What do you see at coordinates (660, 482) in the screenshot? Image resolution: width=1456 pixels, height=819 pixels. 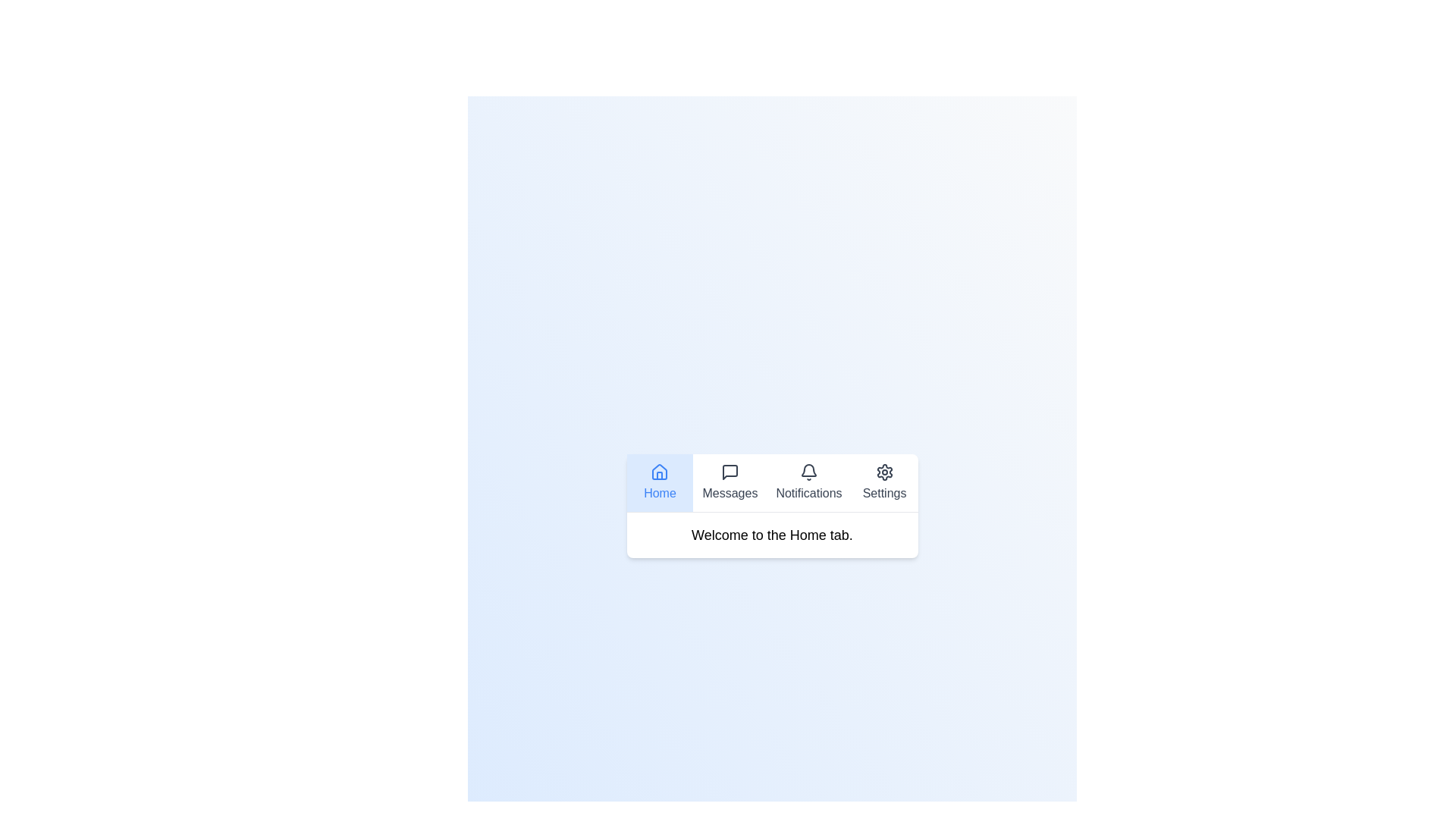 I see `the 'Home' navigation tab, which is a rectangular button with a blue house icon and the text 'Home' below it` at bounding box center [660, 482].